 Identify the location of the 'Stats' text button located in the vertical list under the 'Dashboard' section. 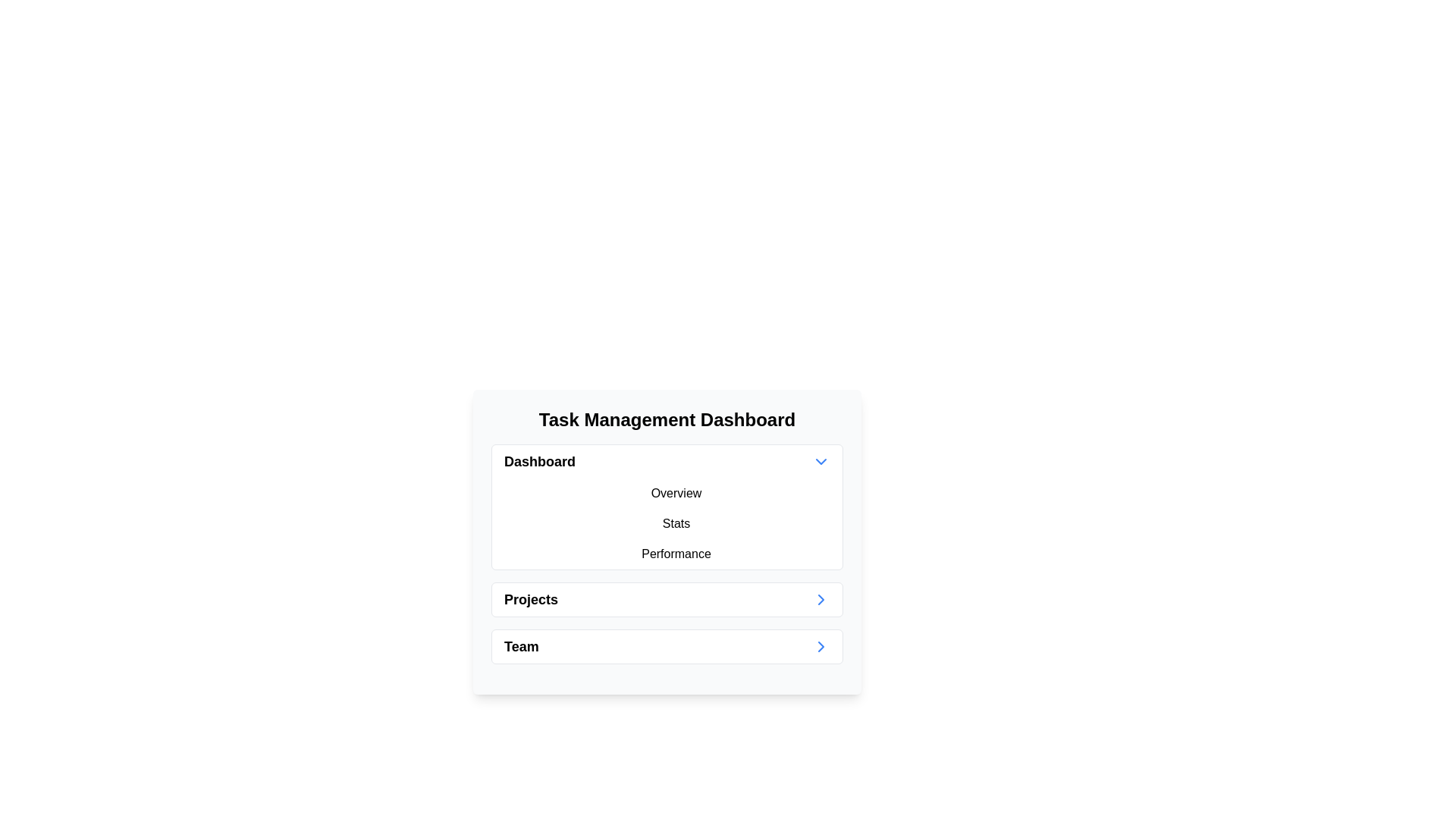
(676, 522).